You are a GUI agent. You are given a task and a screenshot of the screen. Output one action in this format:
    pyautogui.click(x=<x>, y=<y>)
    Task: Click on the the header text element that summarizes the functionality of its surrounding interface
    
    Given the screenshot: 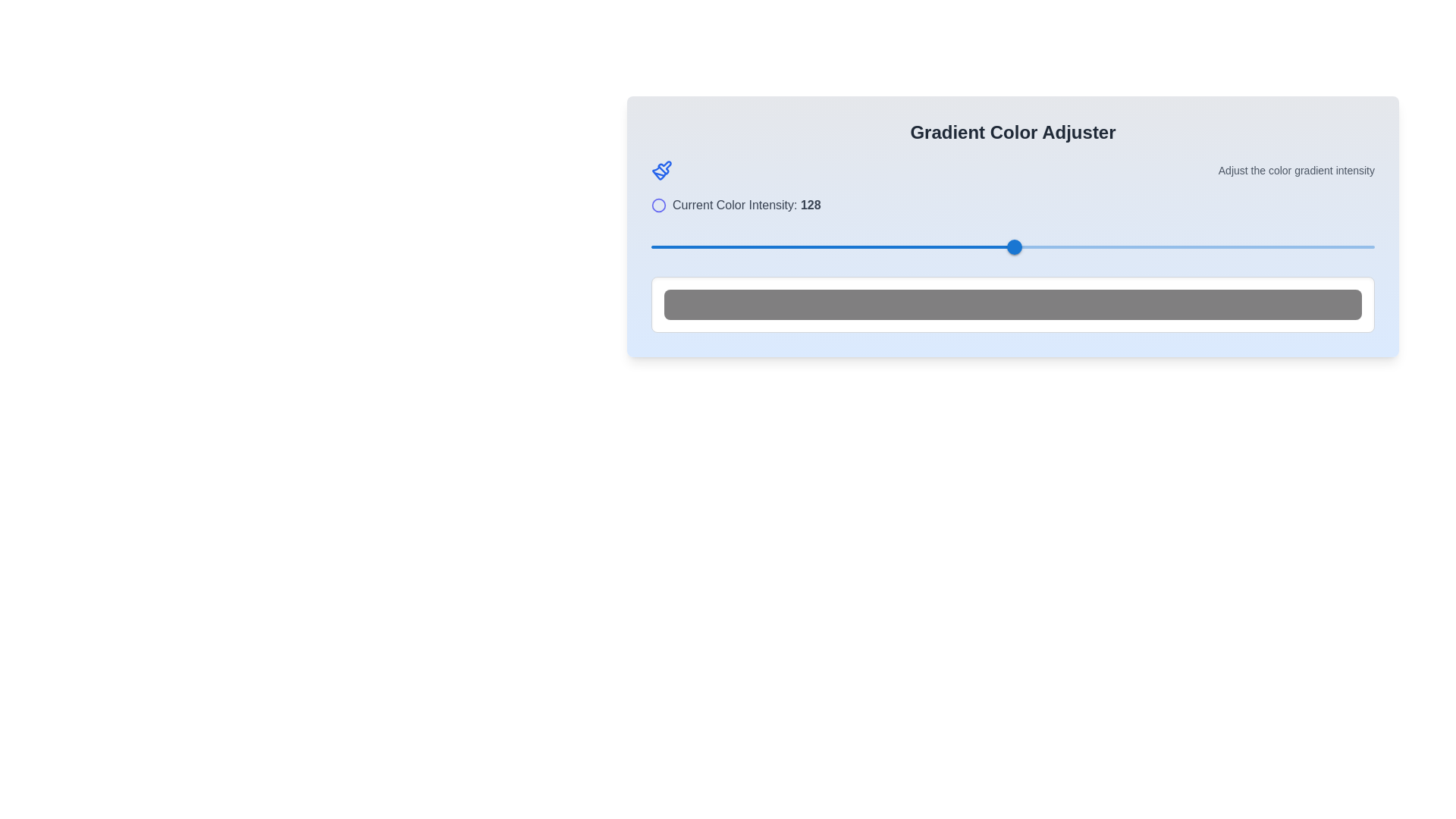 What is the action you would take?
    pyautogui.click(x=1012, y=131)
    